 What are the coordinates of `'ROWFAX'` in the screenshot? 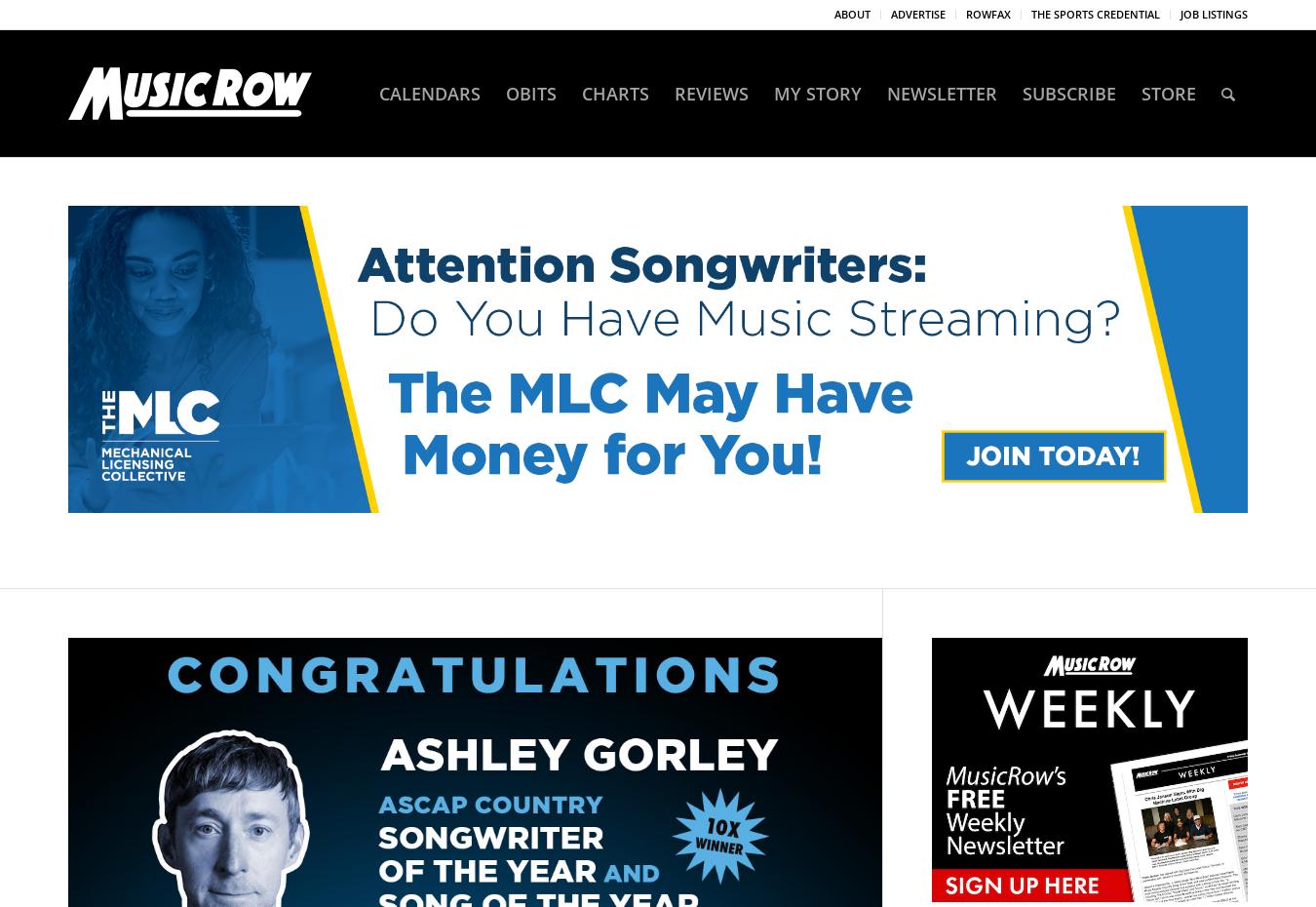 It's located at (987, 13).